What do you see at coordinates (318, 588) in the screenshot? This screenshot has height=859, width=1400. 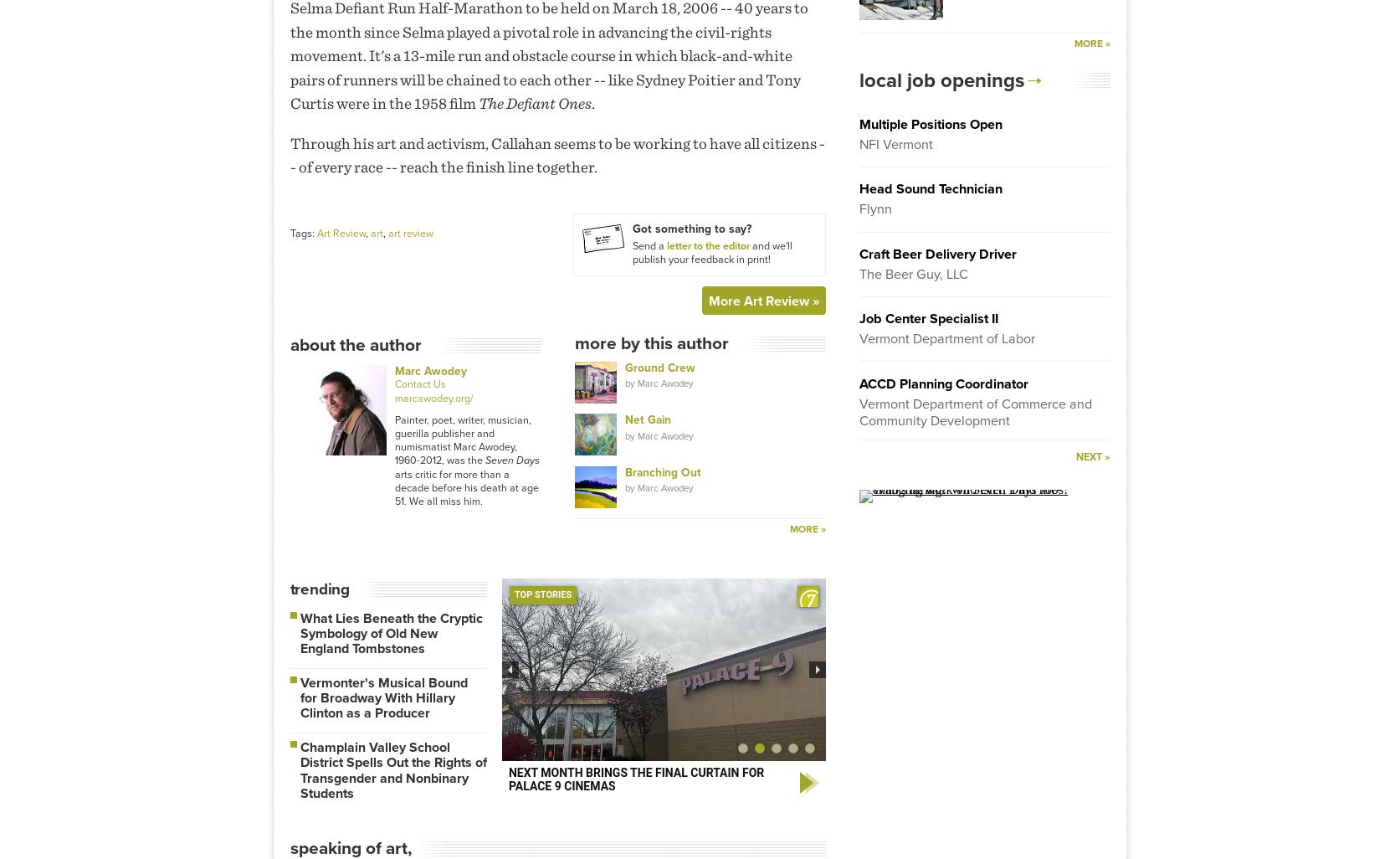 I see `'Trending'` at bounding box center [318, 588].